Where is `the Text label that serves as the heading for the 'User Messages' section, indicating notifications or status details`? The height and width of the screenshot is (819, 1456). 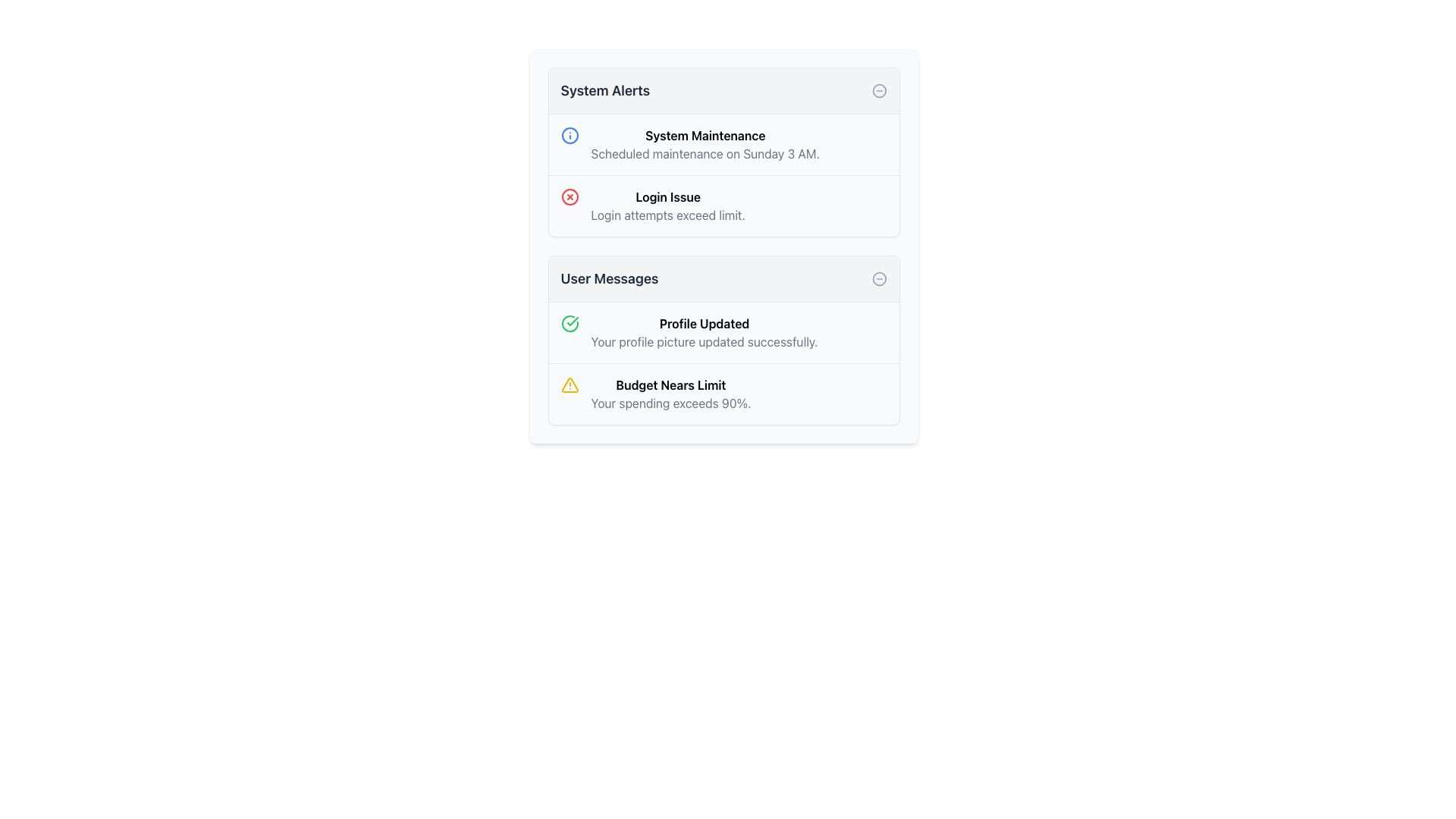 the Text label that serves as the heading for the 'User Messages' section, indicating notifications or status details is located at coordinates (609, 278).